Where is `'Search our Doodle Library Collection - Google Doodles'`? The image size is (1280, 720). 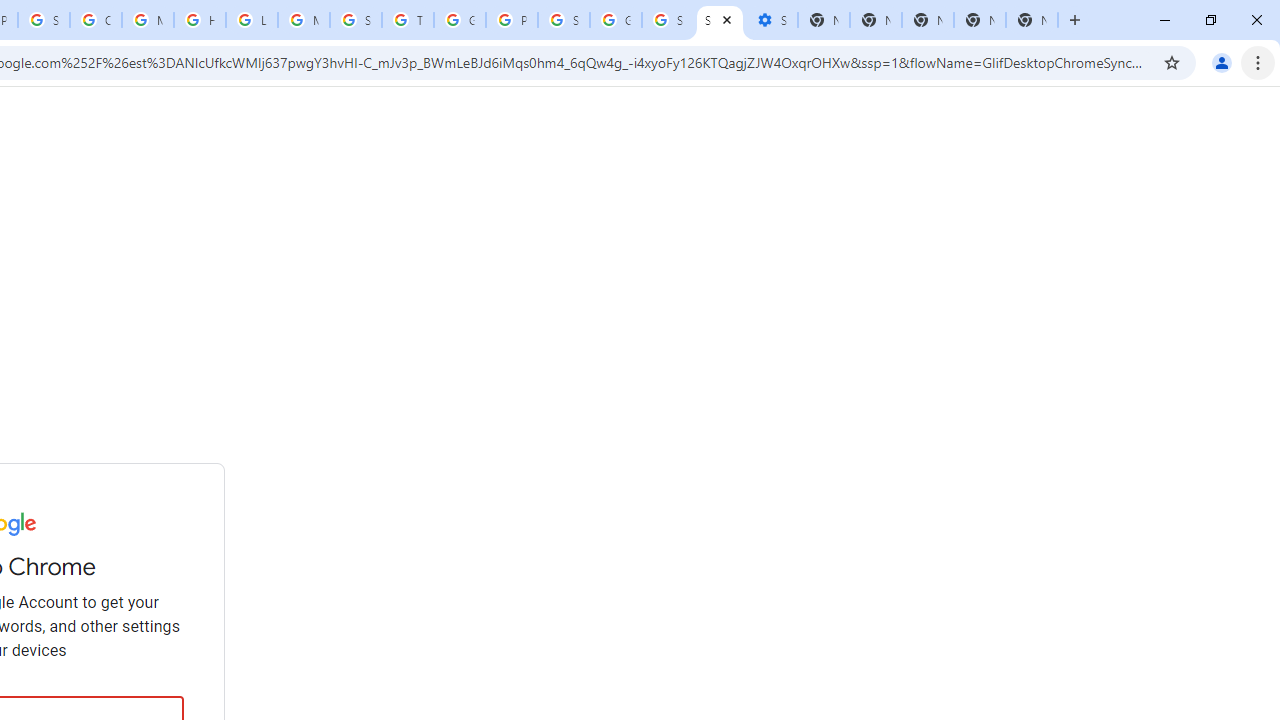
'Search our Doodle Library Collection - Google Doodles' is located at coordinates (355, 20).